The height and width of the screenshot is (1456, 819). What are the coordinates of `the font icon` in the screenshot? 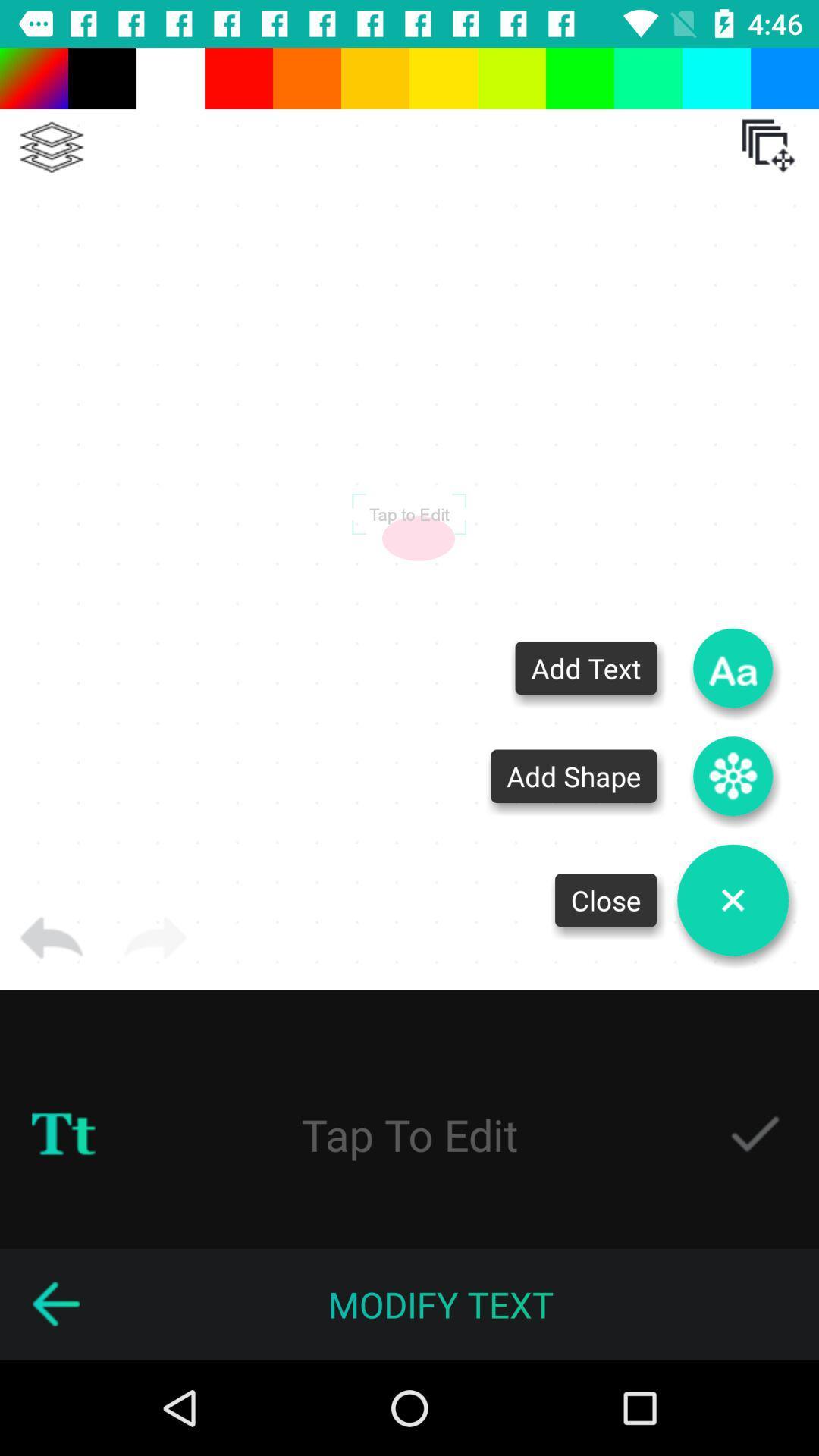 It's located at (732, 667).